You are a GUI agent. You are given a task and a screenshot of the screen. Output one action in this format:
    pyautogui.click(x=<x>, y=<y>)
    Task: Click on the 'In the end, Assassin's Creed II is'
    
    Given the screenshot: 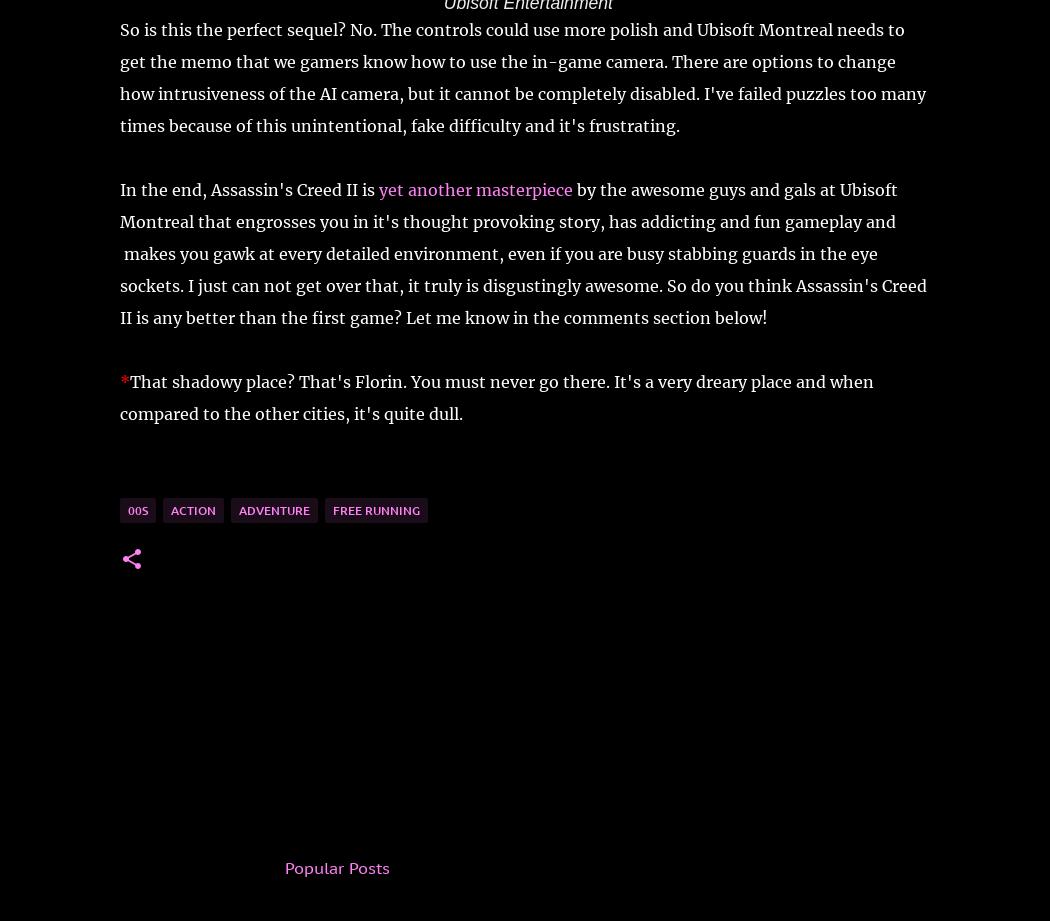 What is the action you would take?
    pyautogui.click(x=249, y=187)
    